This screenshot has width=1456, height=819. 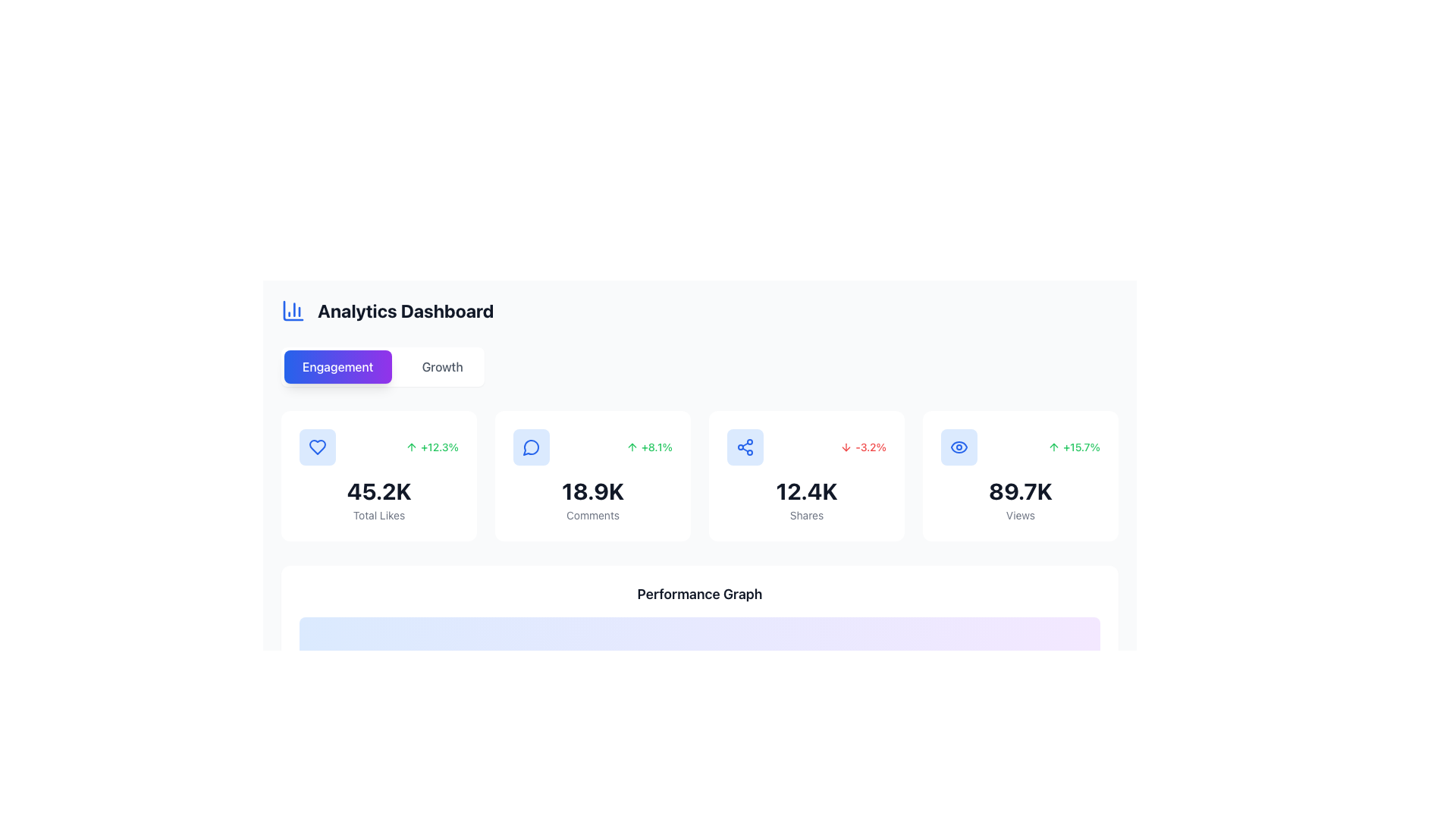 I want to click on the upward-pointing arrow icon located to the left of the green text '+8.1%' in the 'Comments' section of the dashboard, so click(x=632, y=447).